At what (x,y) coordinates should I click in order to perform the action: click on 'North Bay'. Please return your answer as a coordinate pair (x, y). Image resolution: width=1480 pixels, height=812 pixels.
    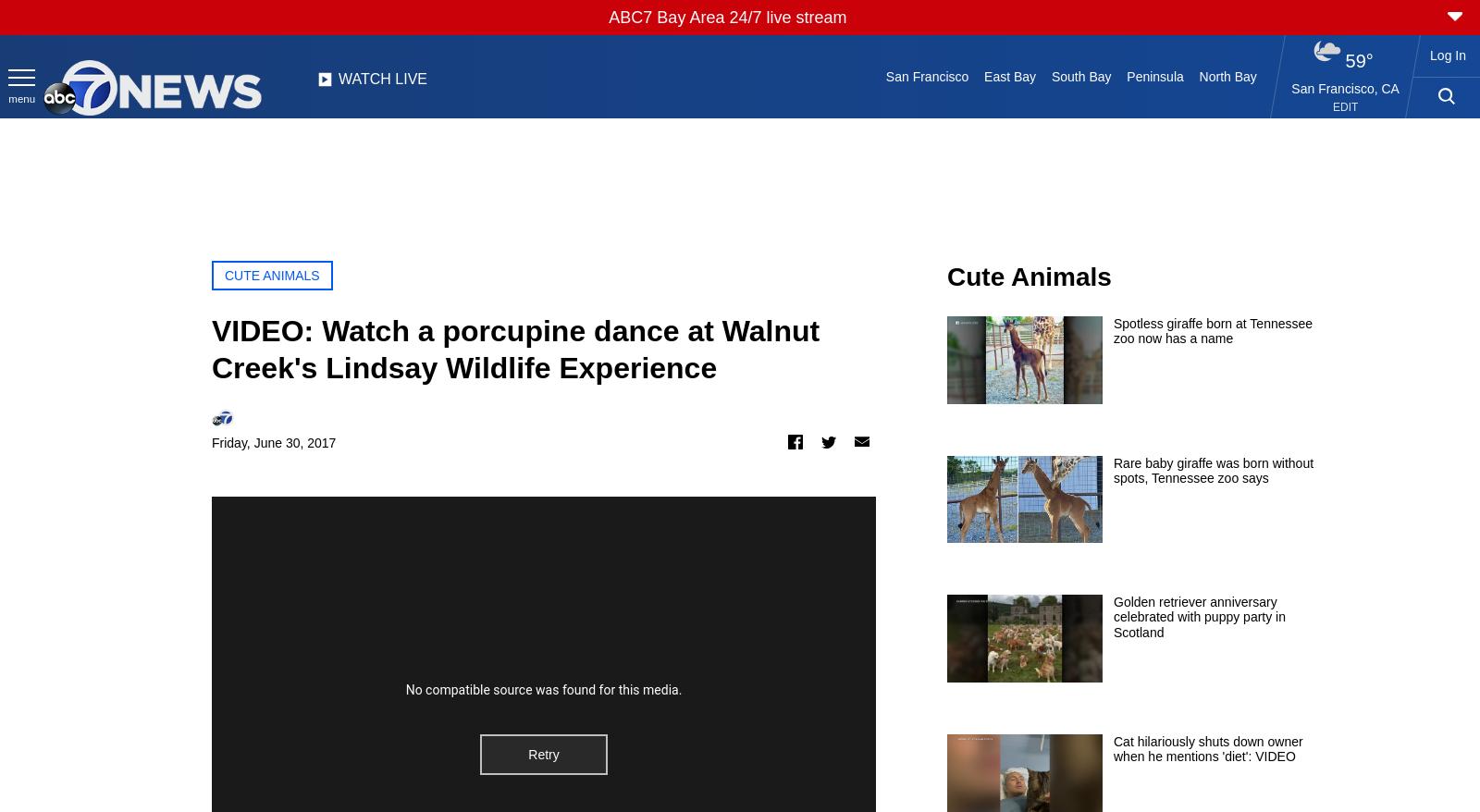
    Looking at the image, I should click on (1227, 76).